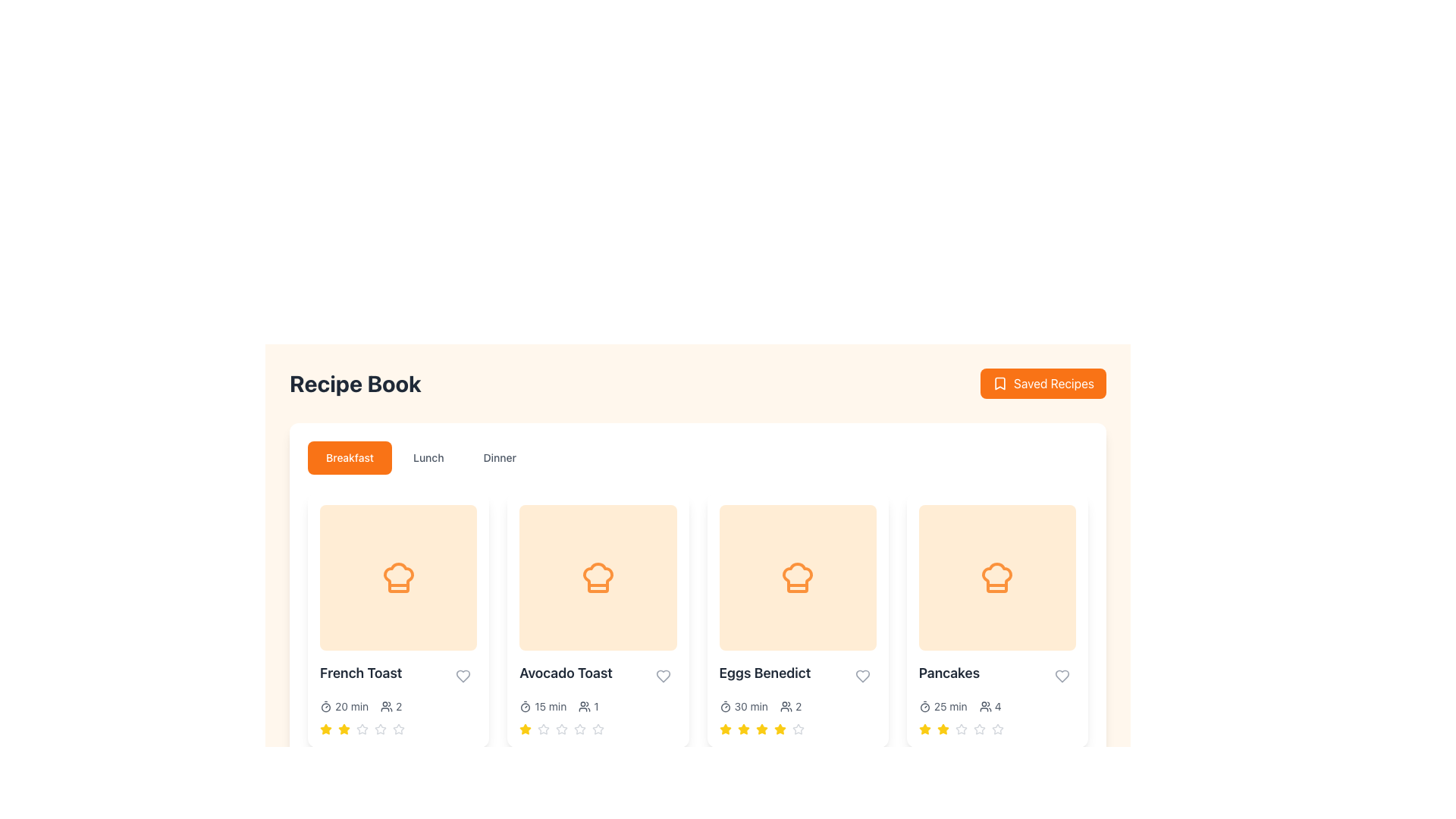 This screenshot has width=1456, height=819. I want to click on the text element displaying the preparation time for the 'Avocado Toast' dish, located in the 'Breakfast' section of the 'Recipe Book' page, below the image and title of the card, so click(543, 707).